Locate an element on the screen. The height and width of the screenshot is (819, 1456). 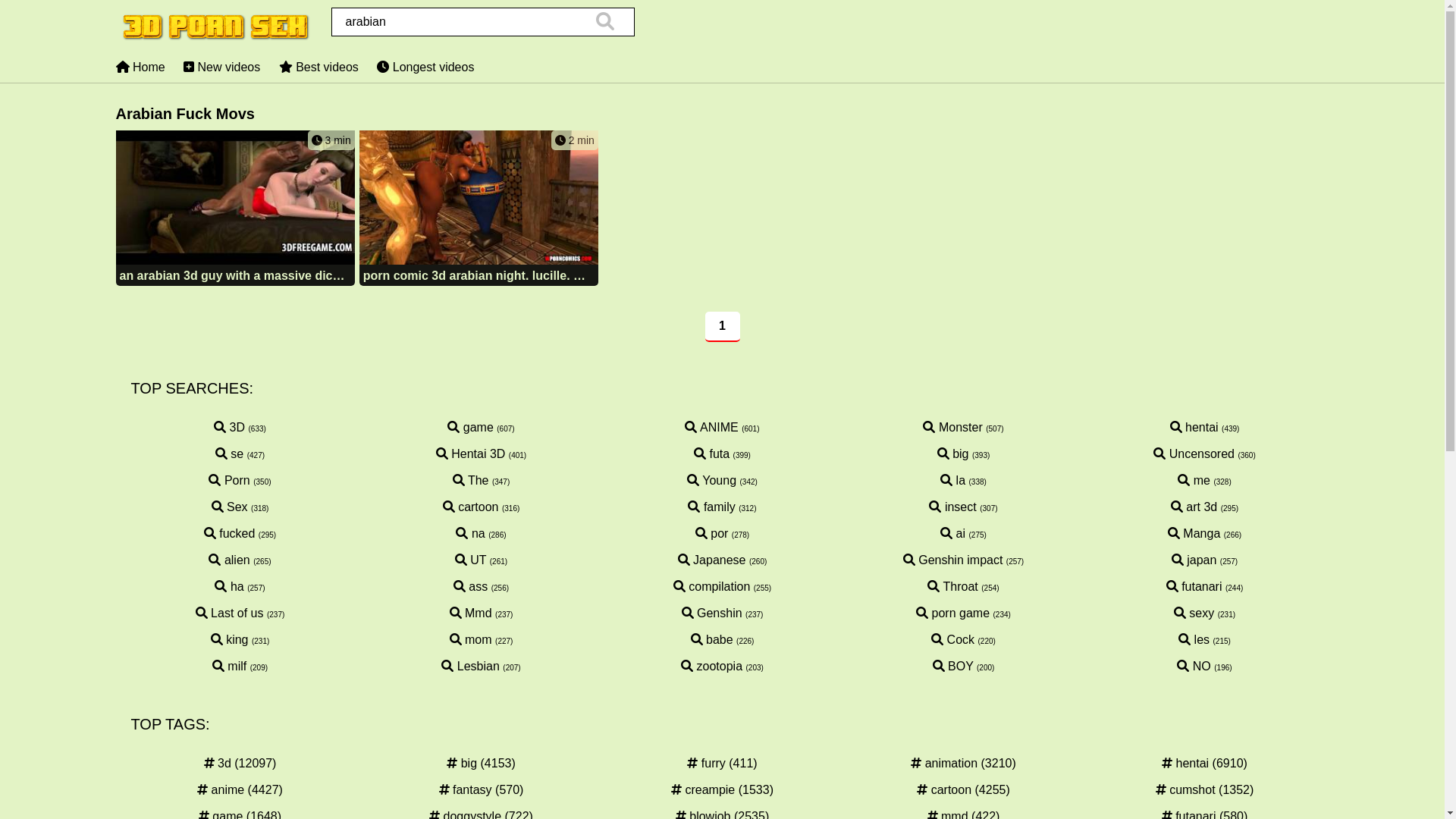
'3 min is located at coordinates (234, 209).